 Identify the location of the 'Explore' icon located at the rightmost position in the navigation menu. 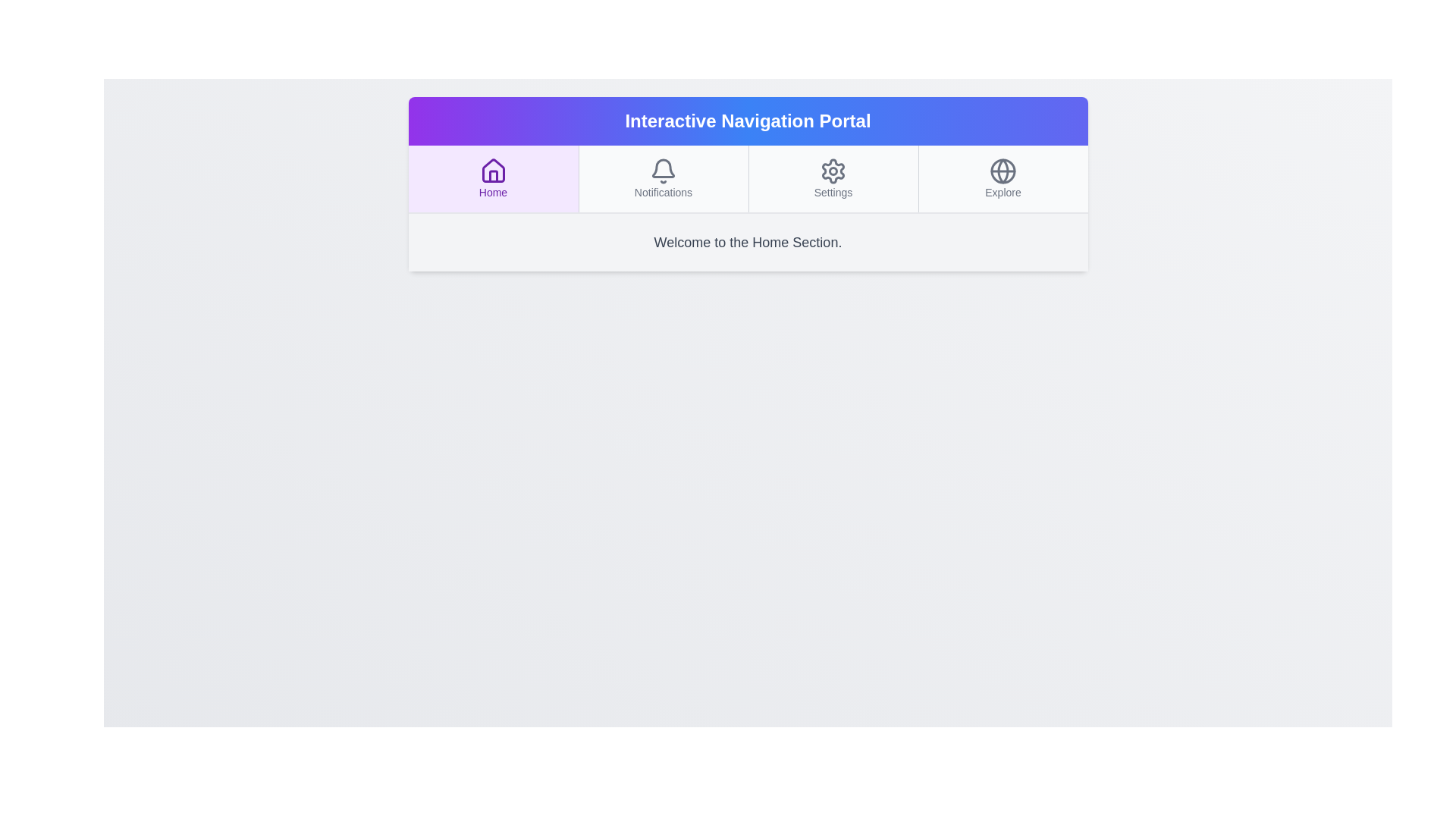
(1003, 171).